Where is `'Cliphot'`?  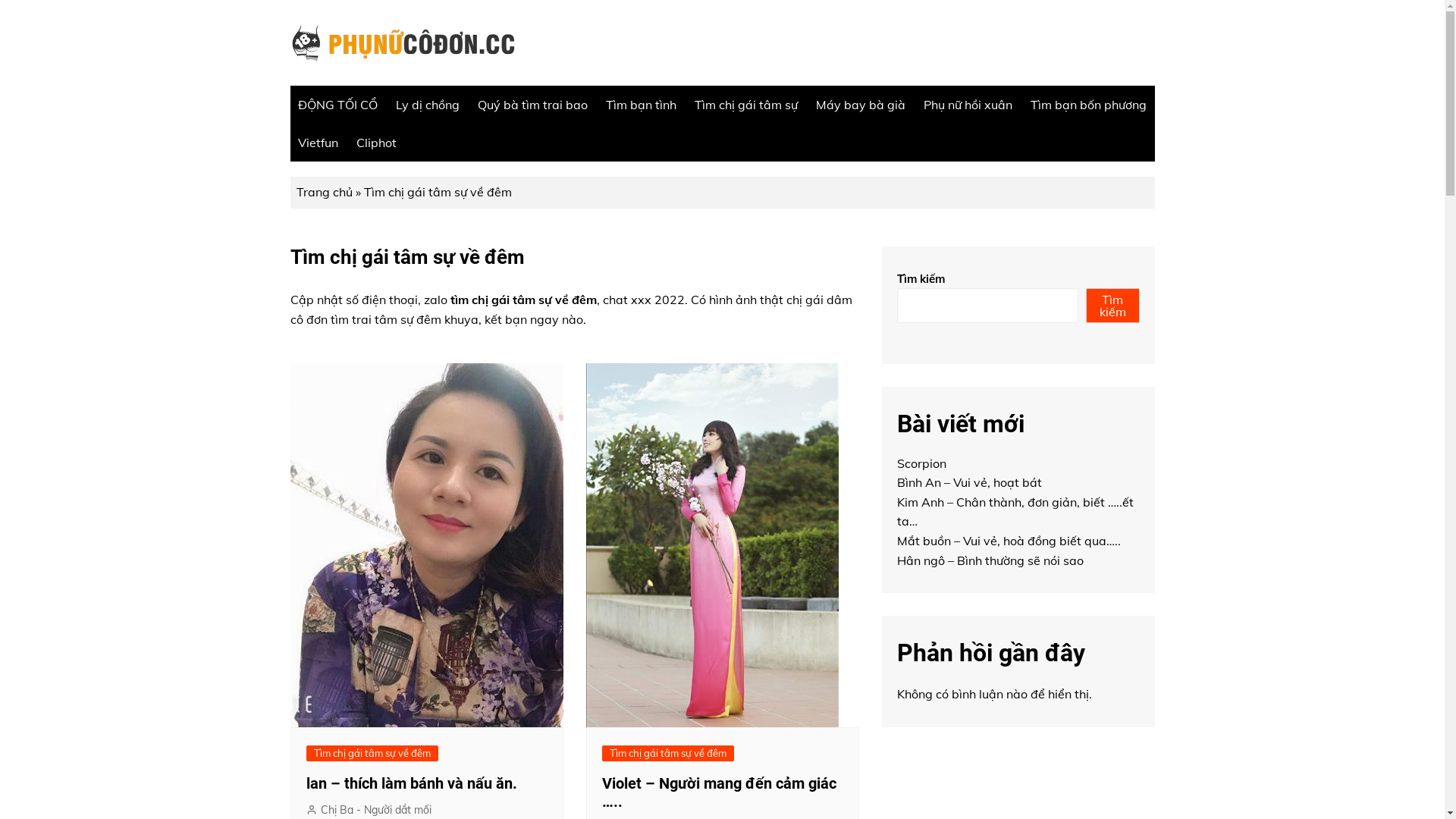
'Cliphot' is located at coordinates (376, 143).